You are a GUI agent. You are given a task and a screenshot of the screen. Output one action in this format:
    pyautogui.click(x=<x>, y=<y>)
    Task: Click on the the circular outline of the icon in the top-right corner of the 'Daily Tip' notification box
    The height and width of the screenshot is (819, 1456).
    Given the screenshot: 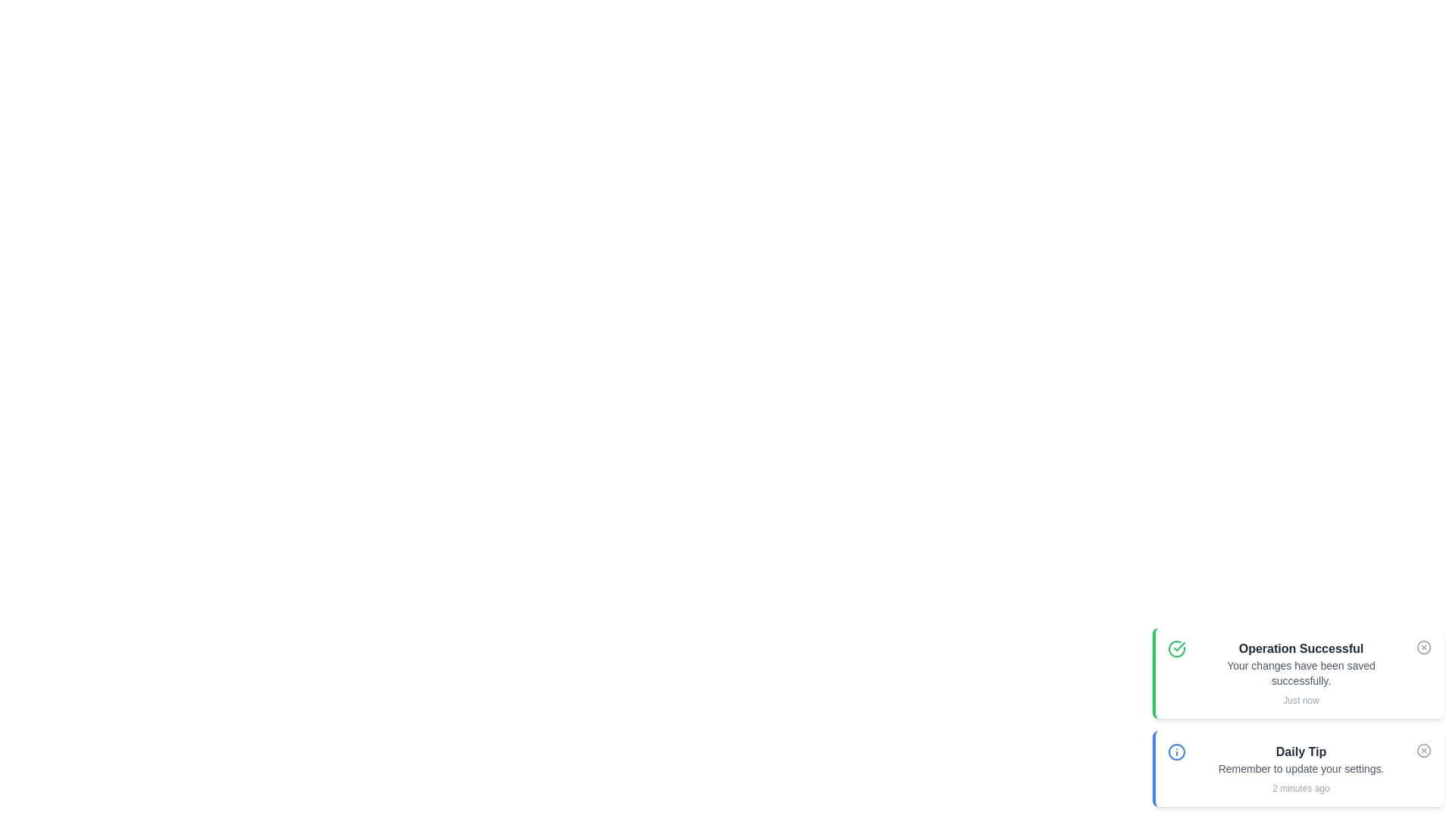 What is the action you would take?
    pyautogui.click(x=1423, y=751)
    